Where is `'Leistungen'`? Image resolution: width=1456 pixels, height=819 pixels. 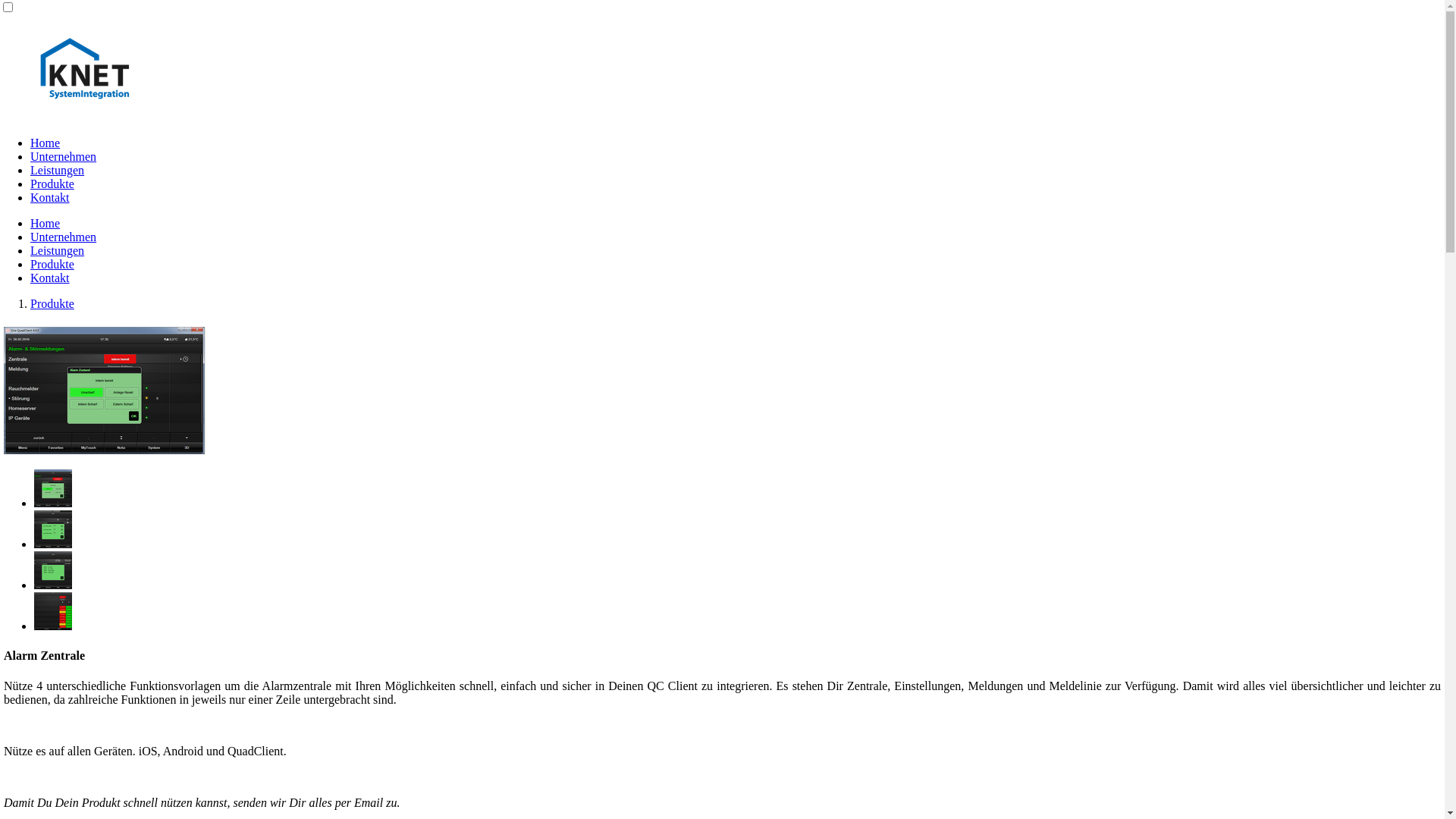 'Leistungen' is located at coordinates (30, 170).